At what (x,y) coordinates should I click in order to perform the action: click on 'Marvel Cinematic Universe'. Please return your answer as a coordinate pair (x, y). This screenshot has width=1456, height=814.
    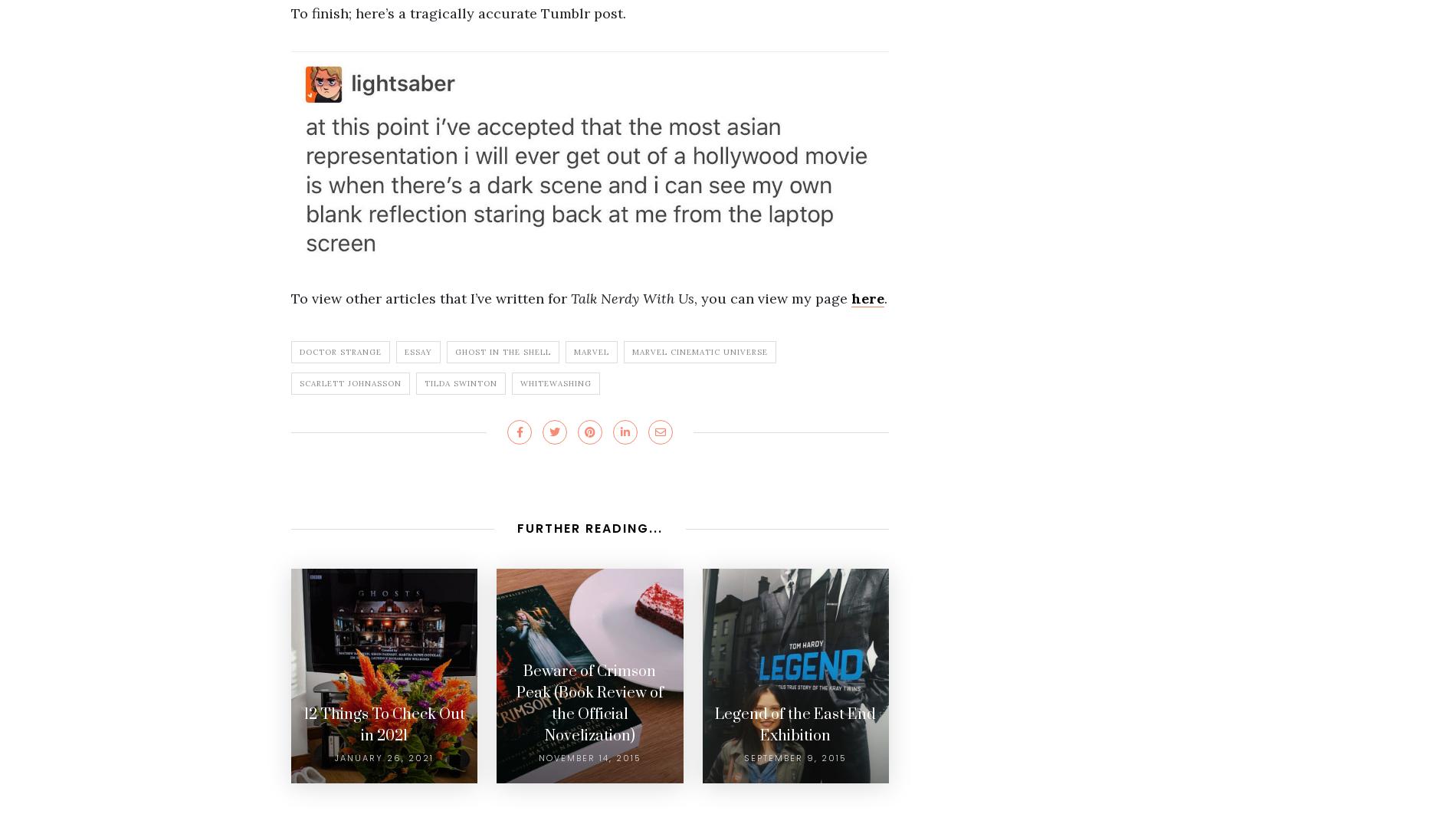
    Looking at the image, I should click on (699, 351).